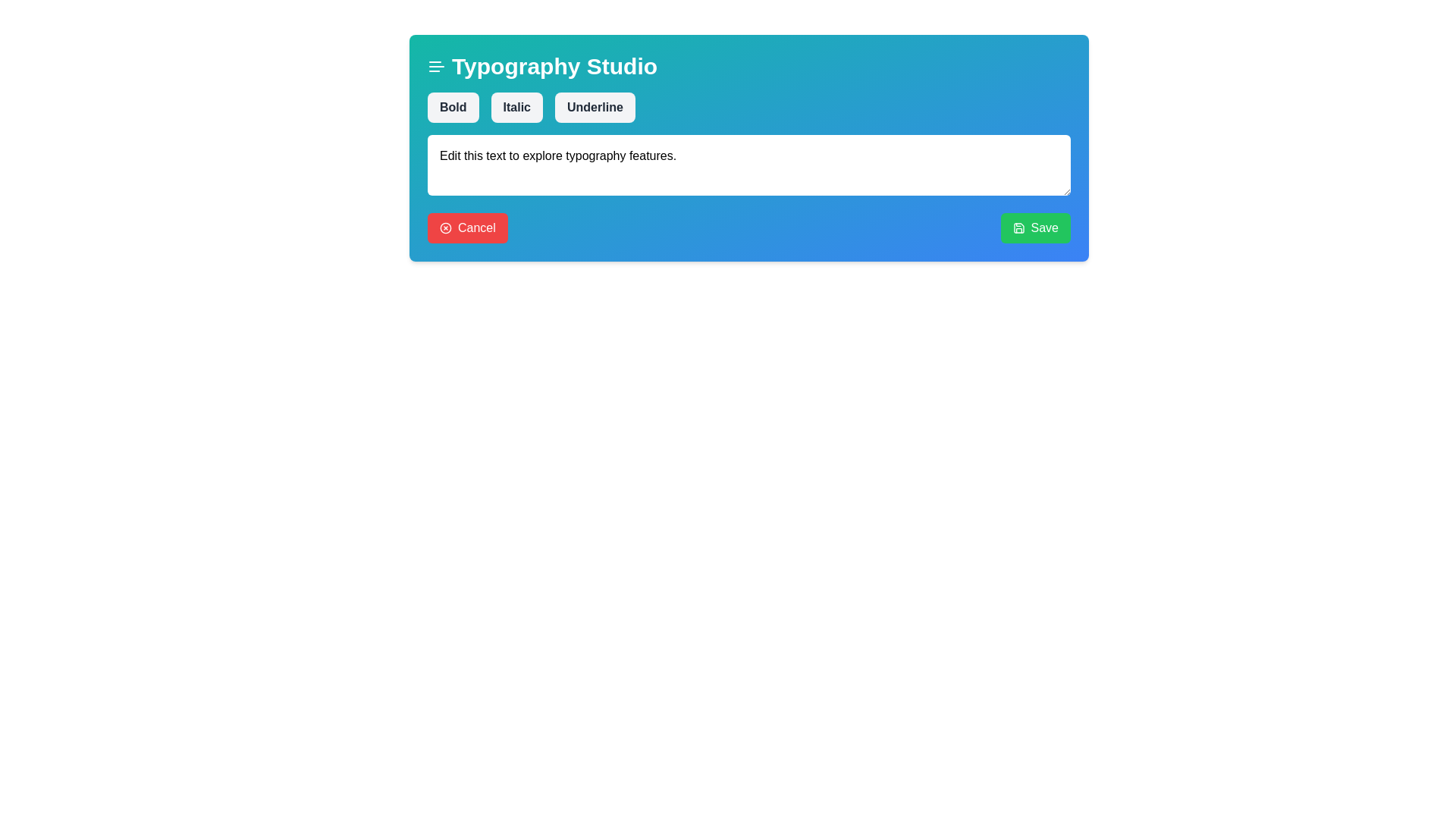 The image size is (1456, 819). I want to click on the second button in the text formatting toolbar, so click(516, 107).